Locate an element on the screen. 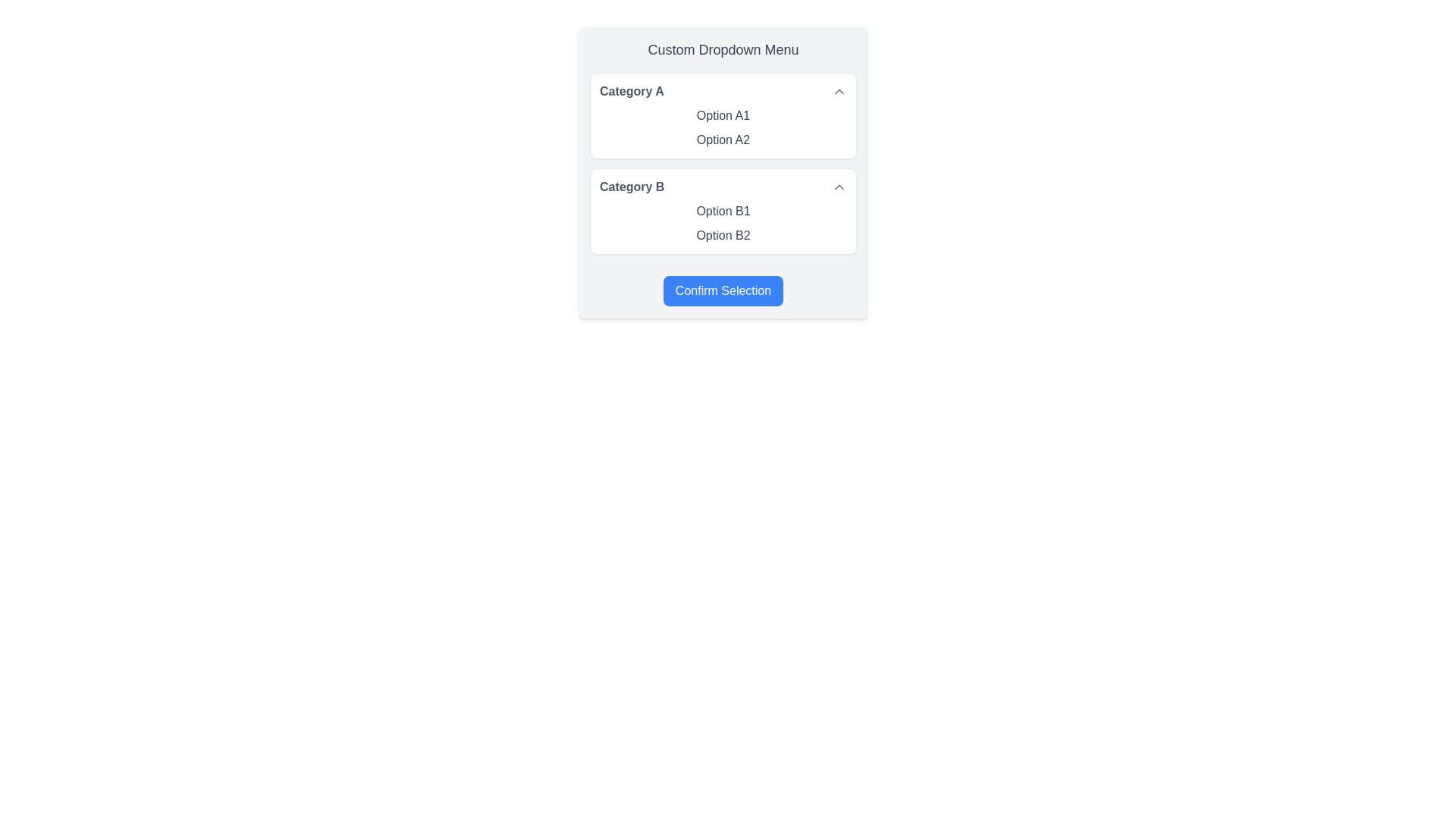  the first selectable option in the dropdown menu labeled 'Category B' to change its color is located at coordinates (723, 211).